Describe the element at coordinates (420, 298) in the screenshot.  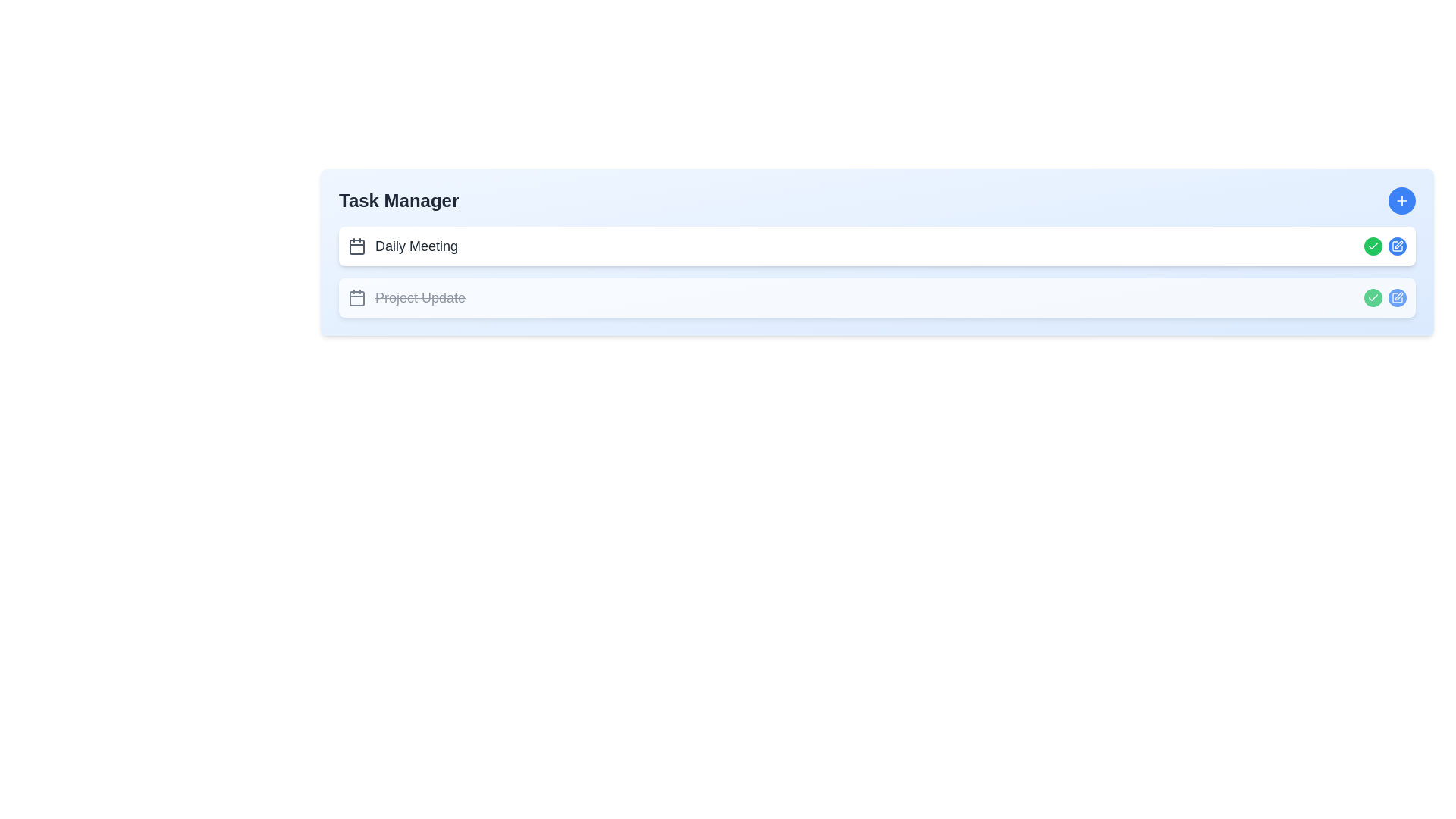
I see `the 'Project Update' text element, which displays a line-through effect and is styled in gray` at that location.